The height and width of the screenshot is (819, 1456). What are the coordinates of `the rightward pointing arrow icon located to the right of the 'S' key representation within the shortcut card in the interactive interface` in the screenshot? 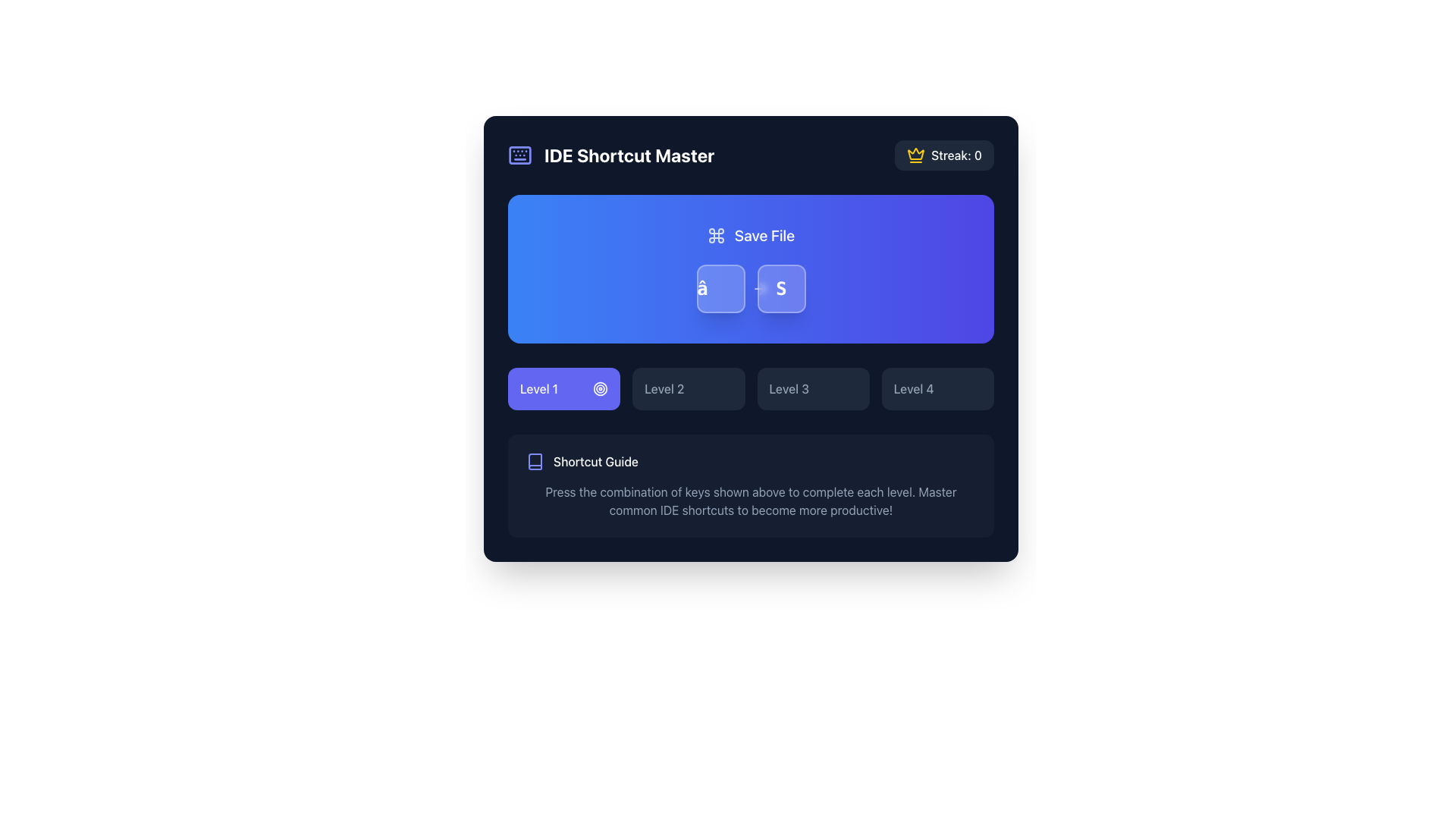 It's located at (760, 289).